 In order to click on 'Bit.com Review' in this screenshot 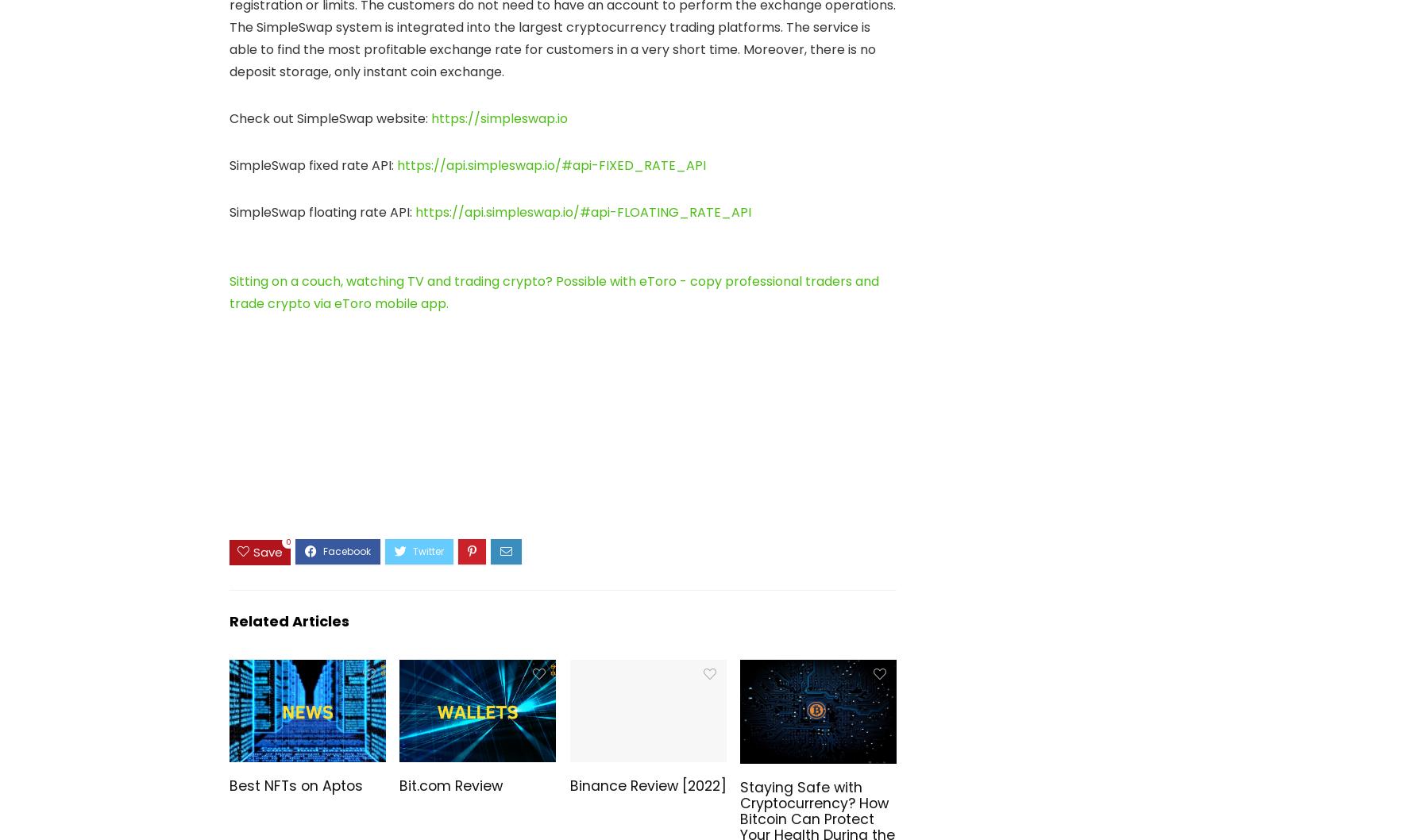, I will do `click(451, 784)`.